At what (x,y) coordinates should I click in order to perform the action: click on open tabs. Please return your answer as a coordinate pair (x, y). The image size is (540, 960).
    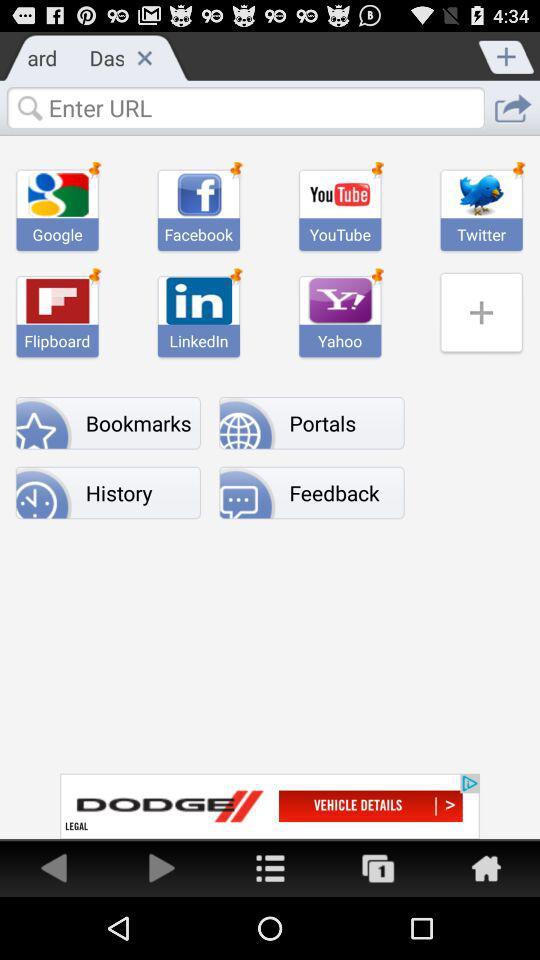
    Looking at the image, I should click on (378, 866).